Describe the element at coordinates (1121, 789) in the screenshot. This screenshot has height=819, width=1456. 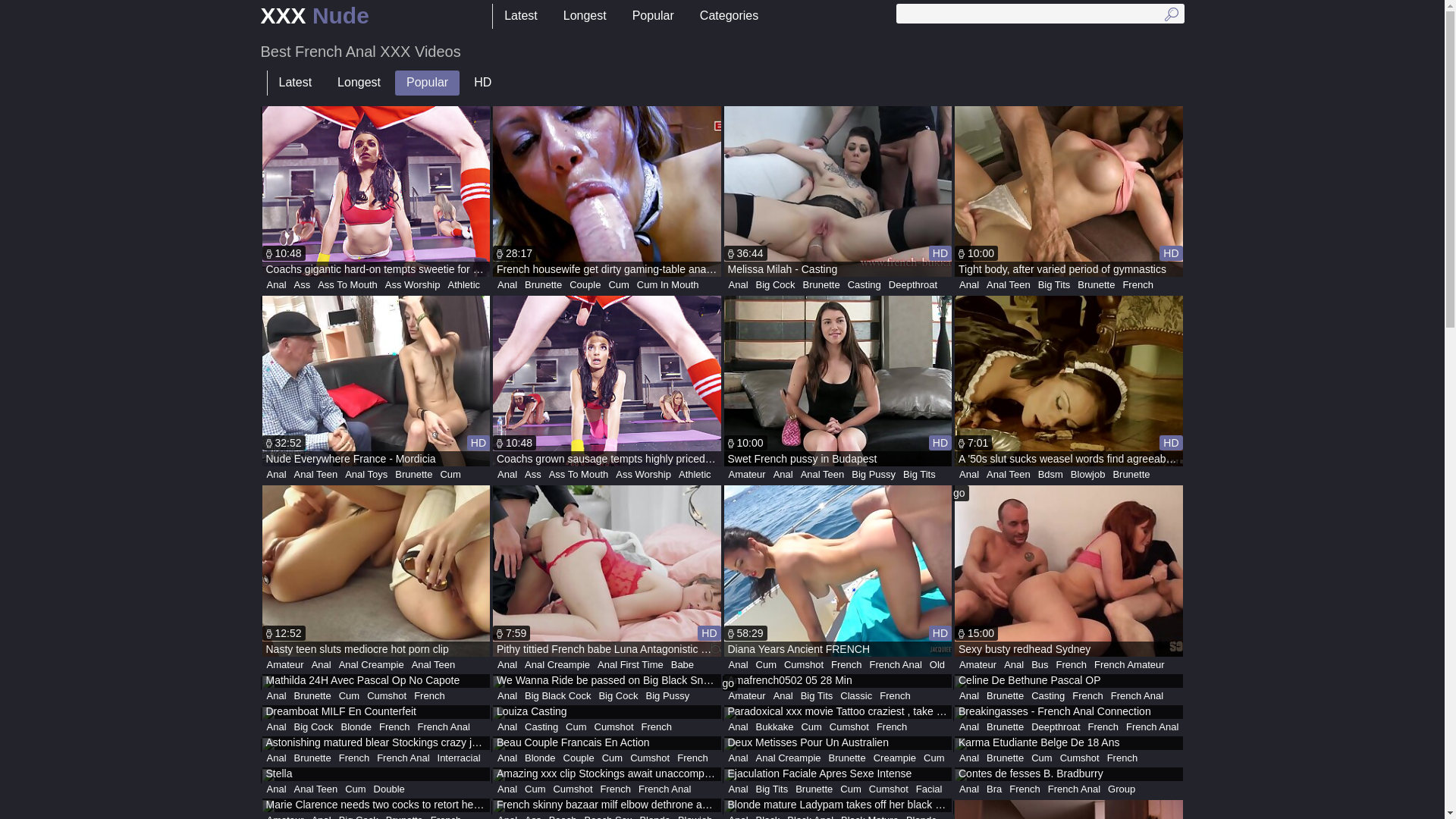
I see `'Group'` at that location.